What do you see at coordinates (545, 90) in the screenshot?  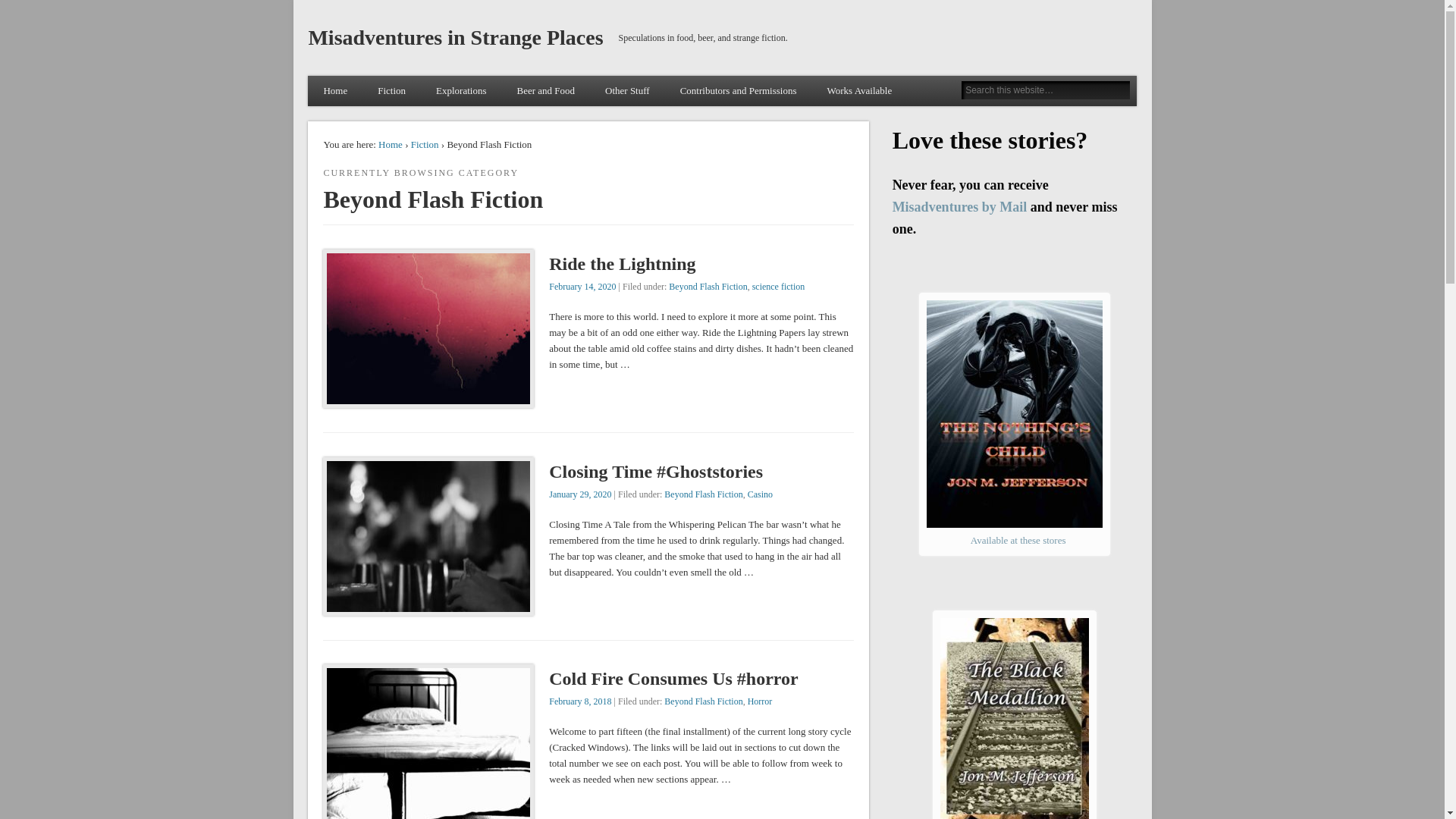 I see `'Beer and Food'` at bounding box center [545, 90].